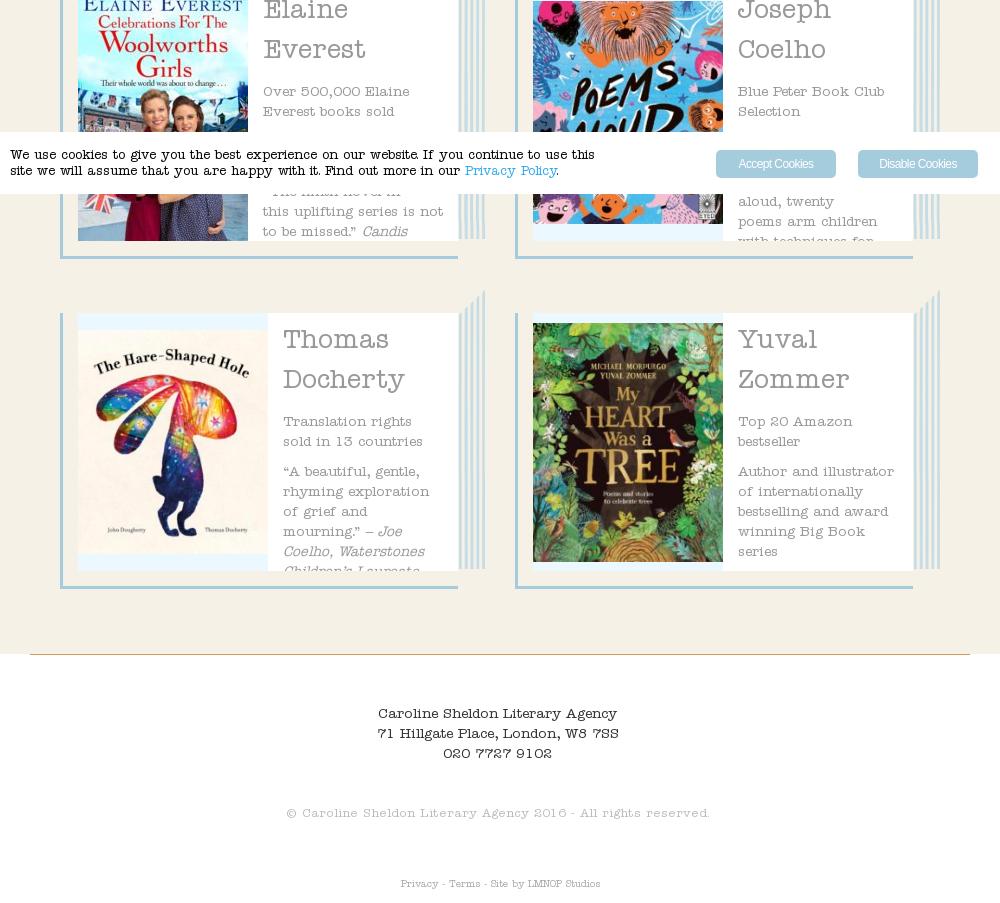 The image size is (1000, 903). What do you see at coordinates (811, 292) in the screenshot?
I see `'performing with confidence.'` at bounding box center [811, 292].